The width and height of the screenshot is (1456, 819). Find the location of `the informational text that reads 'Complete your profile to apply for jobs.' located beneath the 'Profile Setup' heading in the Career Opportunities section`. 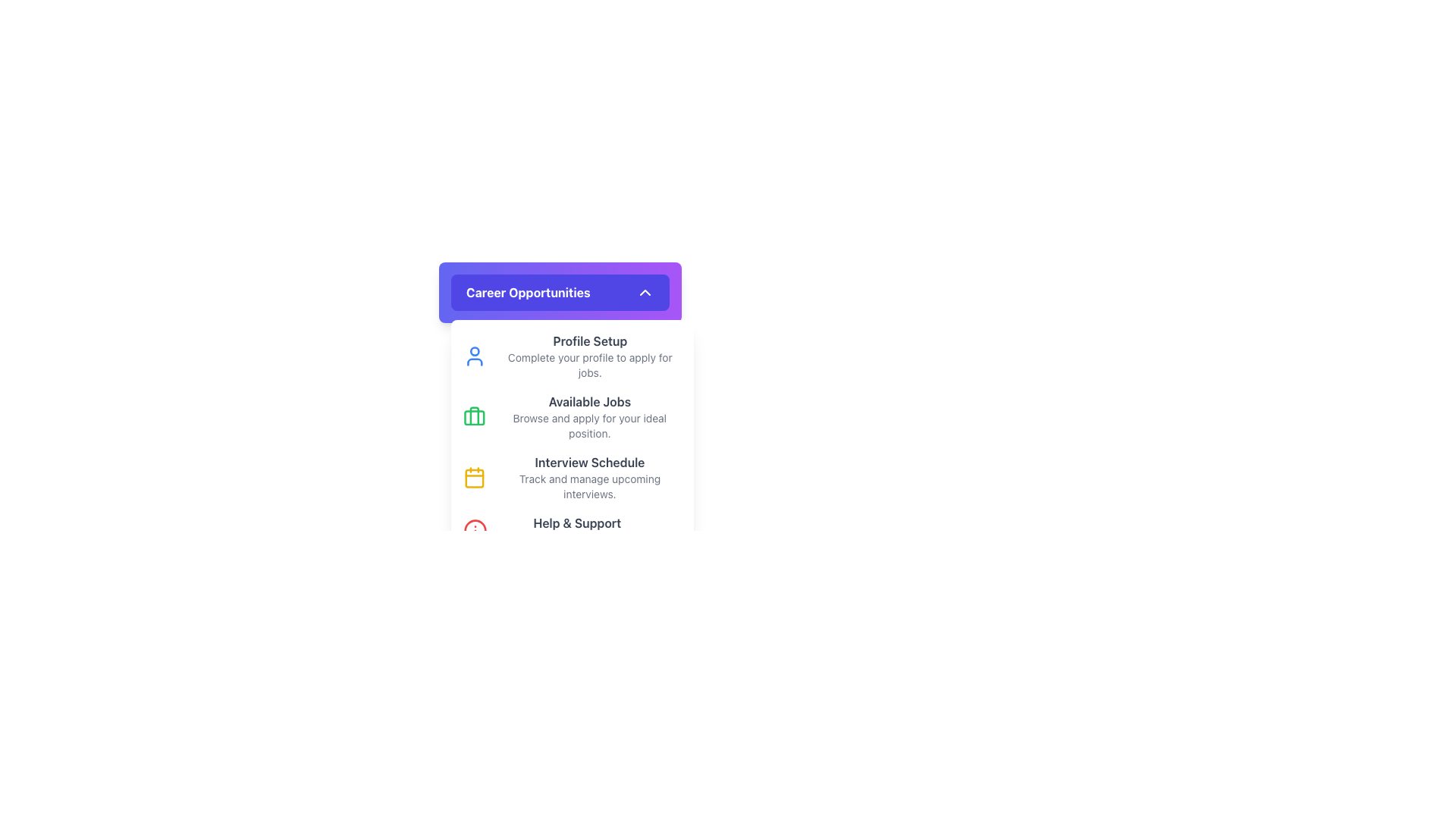

the informational text that reads 'Complete your profile to apply for jobs.' located beneath the 'Profile Setup' heading in the Career Opportunities section is located at coordinates (589, 366).